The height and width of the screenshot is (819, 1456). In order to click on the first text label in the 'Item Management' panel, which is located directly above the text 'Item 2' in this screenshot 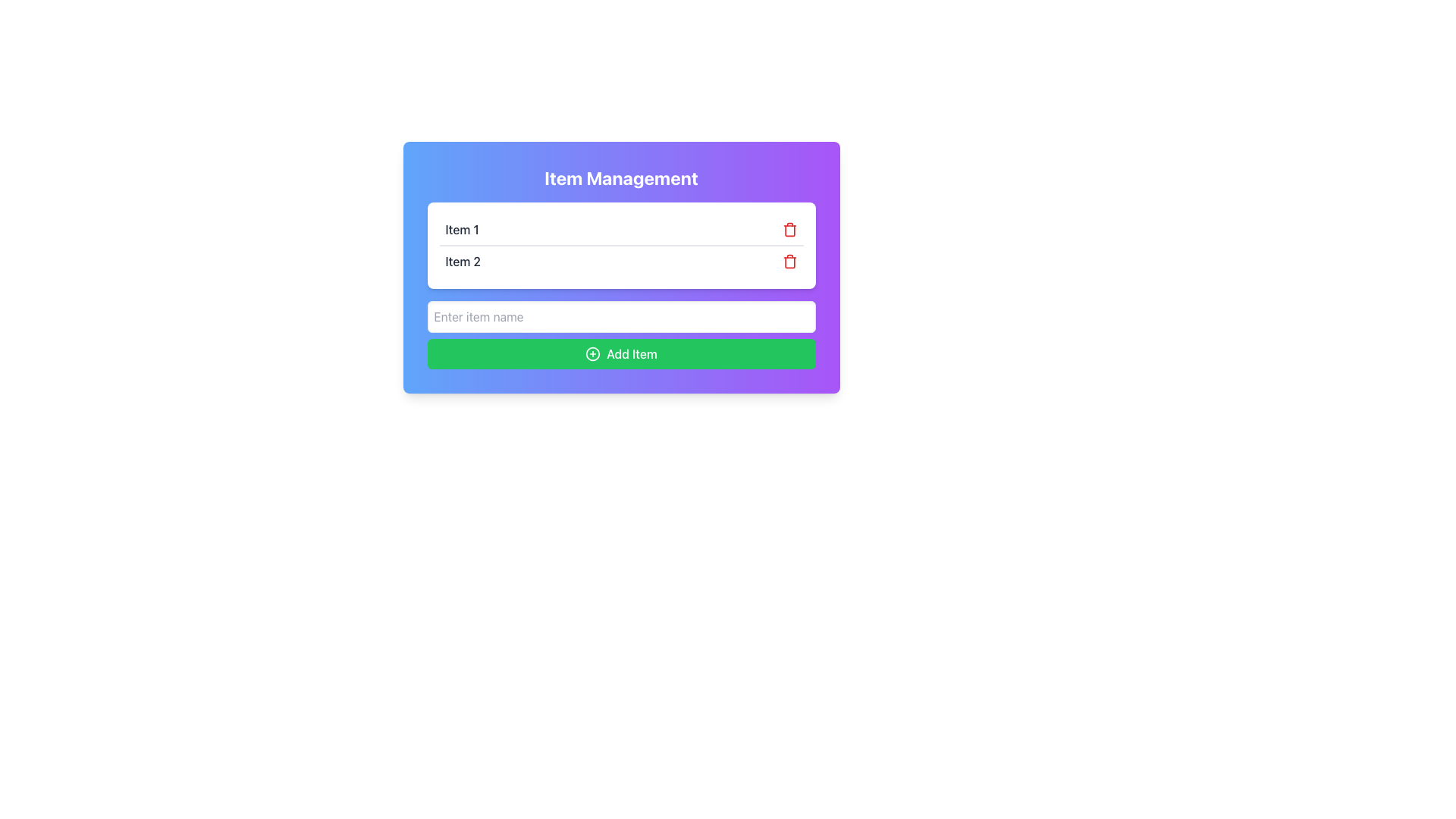, I will do `click(461, 230)`.